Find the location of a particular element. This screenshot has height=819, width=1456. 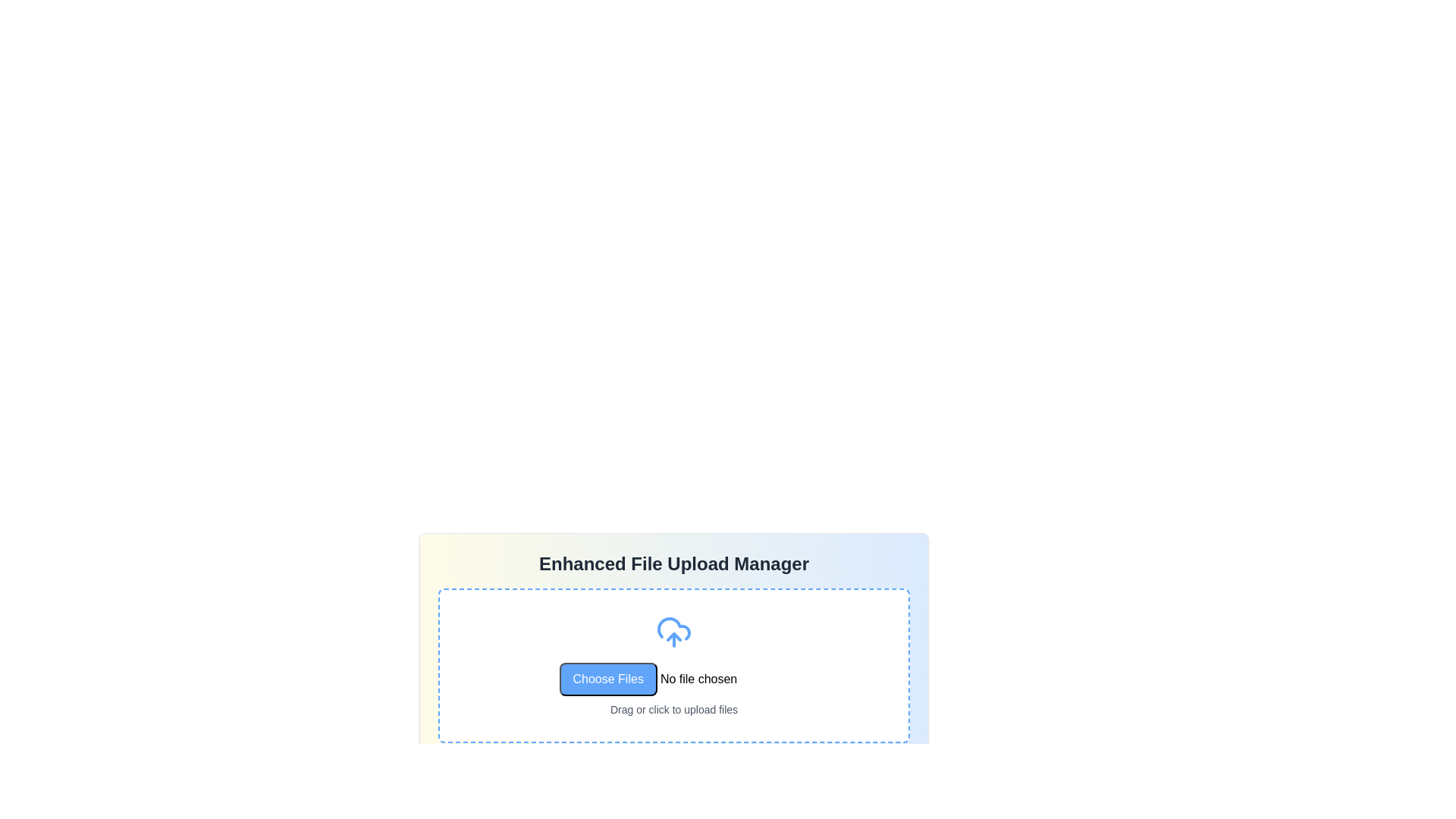

the cloud-shaped upload icon with an upward-pointing arrow, which is prominently displayed above the file input field is located at coordinates (673, 632).